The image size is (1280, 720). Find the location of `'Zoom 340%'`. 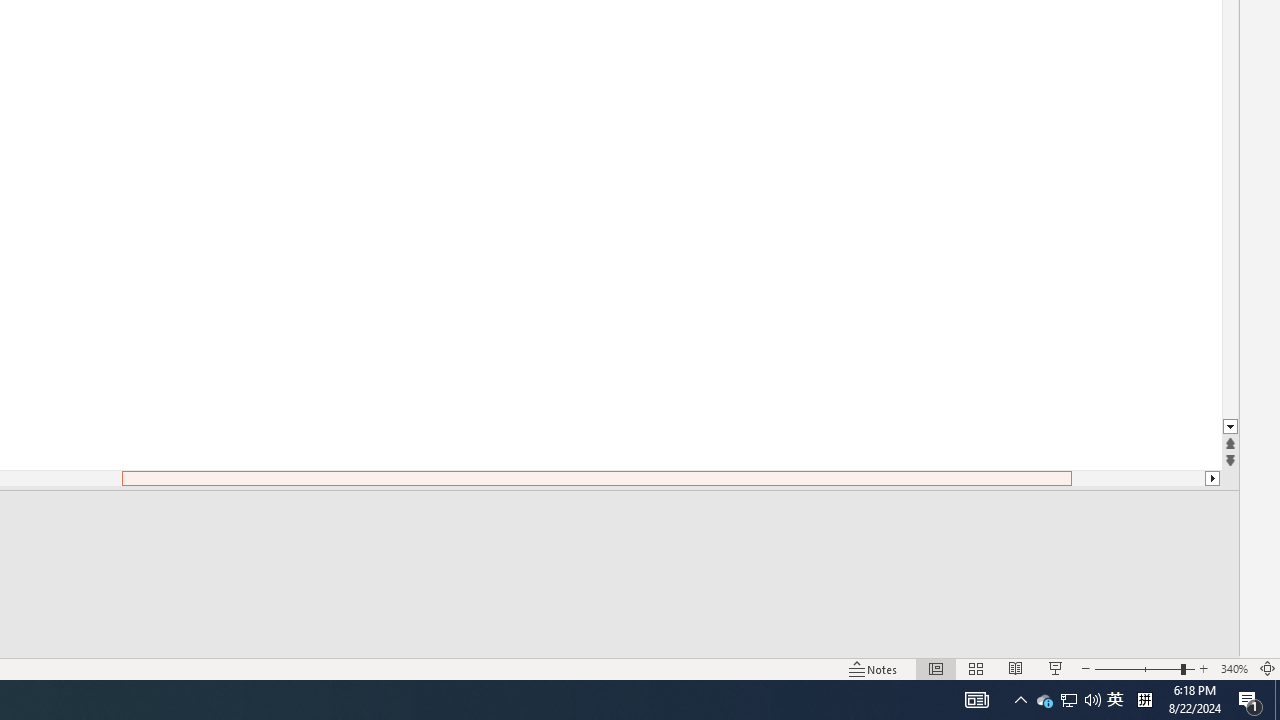

'Zoom 340%' is located at coordinates (1233, 669).